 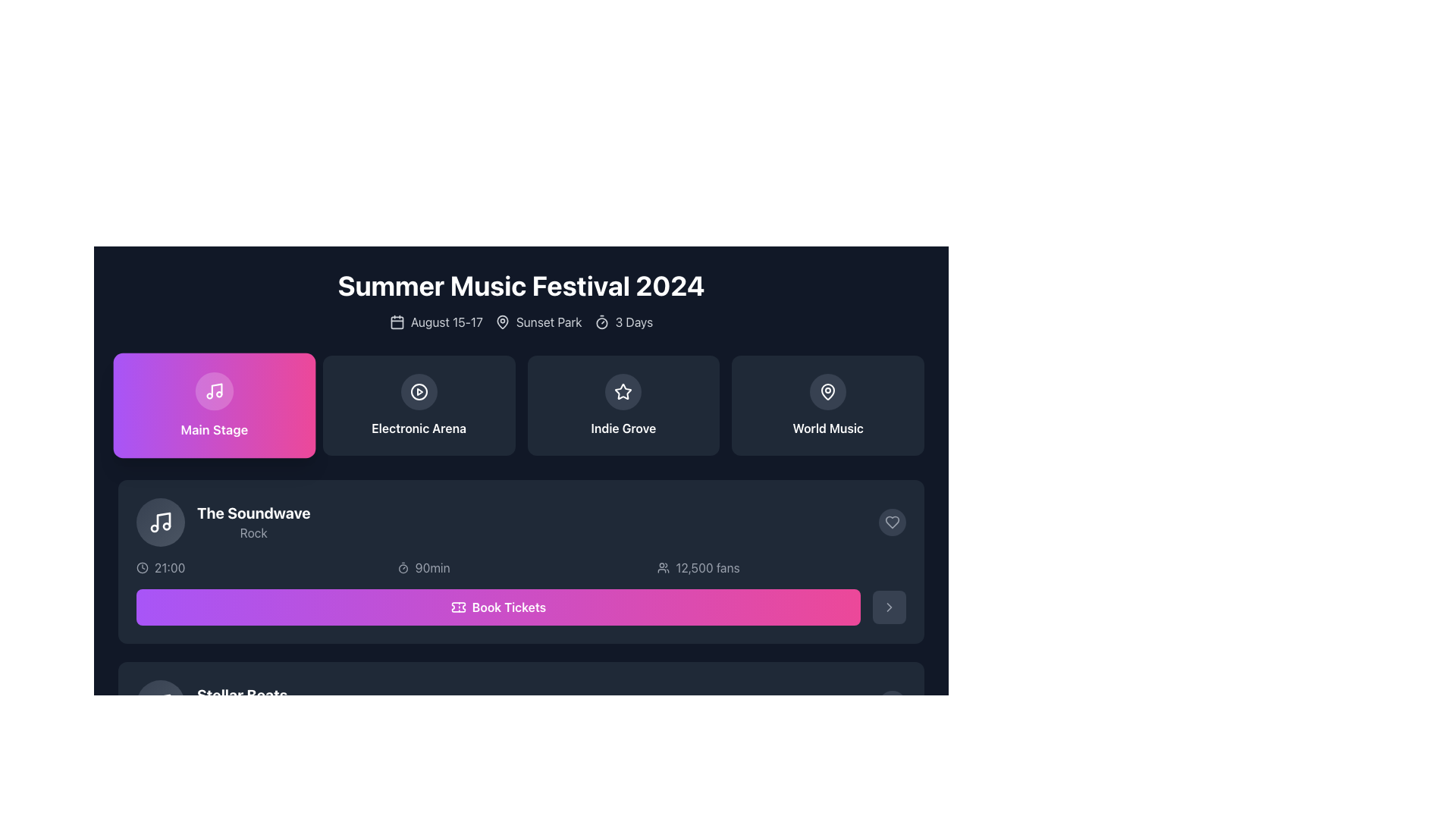 I want to click on the Informational banner displaying event details such as '21:00', '90min', and '12,500 fans', so click(x=521, y=567).